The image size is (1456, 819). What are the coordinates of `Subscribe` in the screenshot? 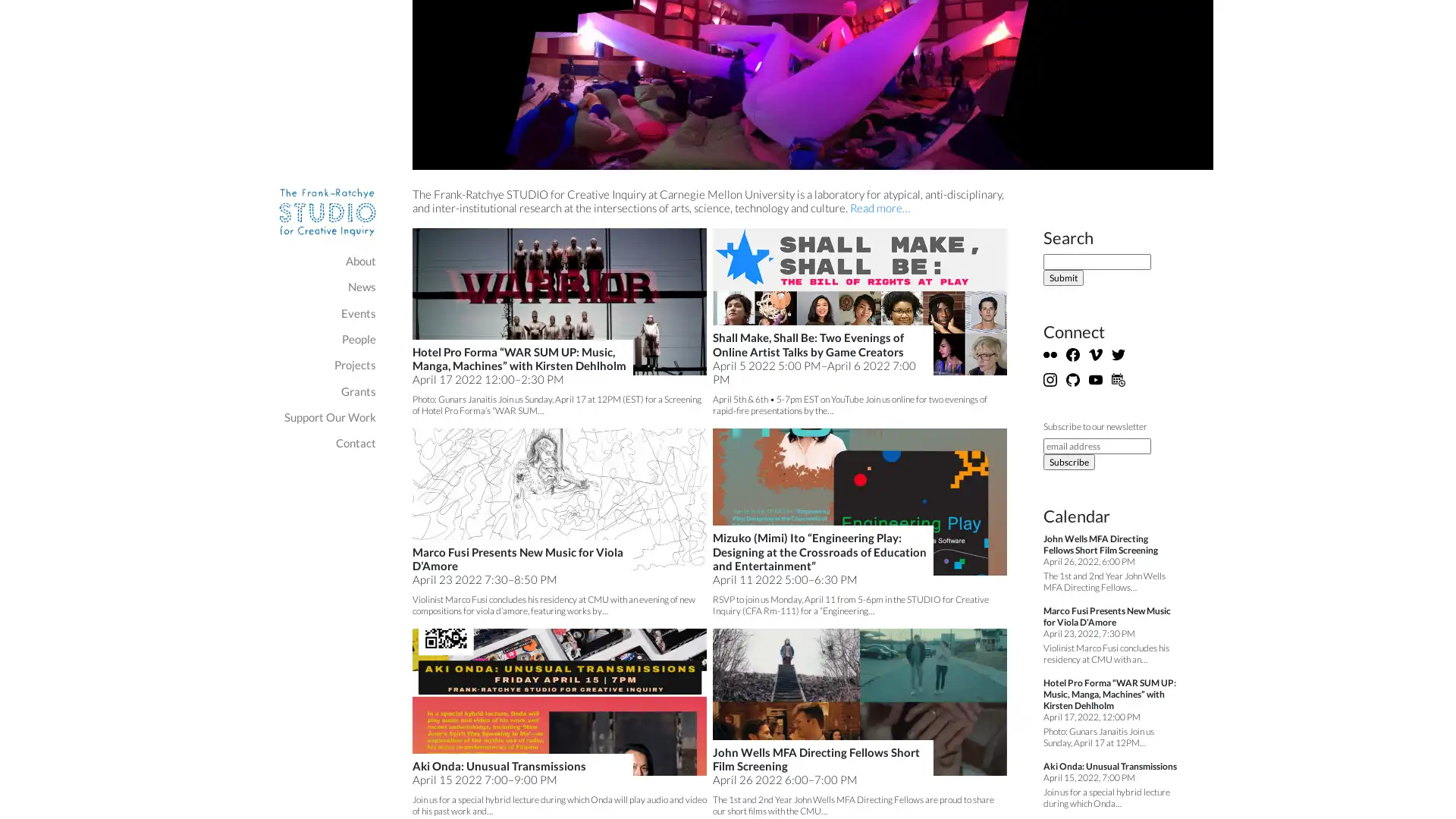 It's located at (1068, 461).